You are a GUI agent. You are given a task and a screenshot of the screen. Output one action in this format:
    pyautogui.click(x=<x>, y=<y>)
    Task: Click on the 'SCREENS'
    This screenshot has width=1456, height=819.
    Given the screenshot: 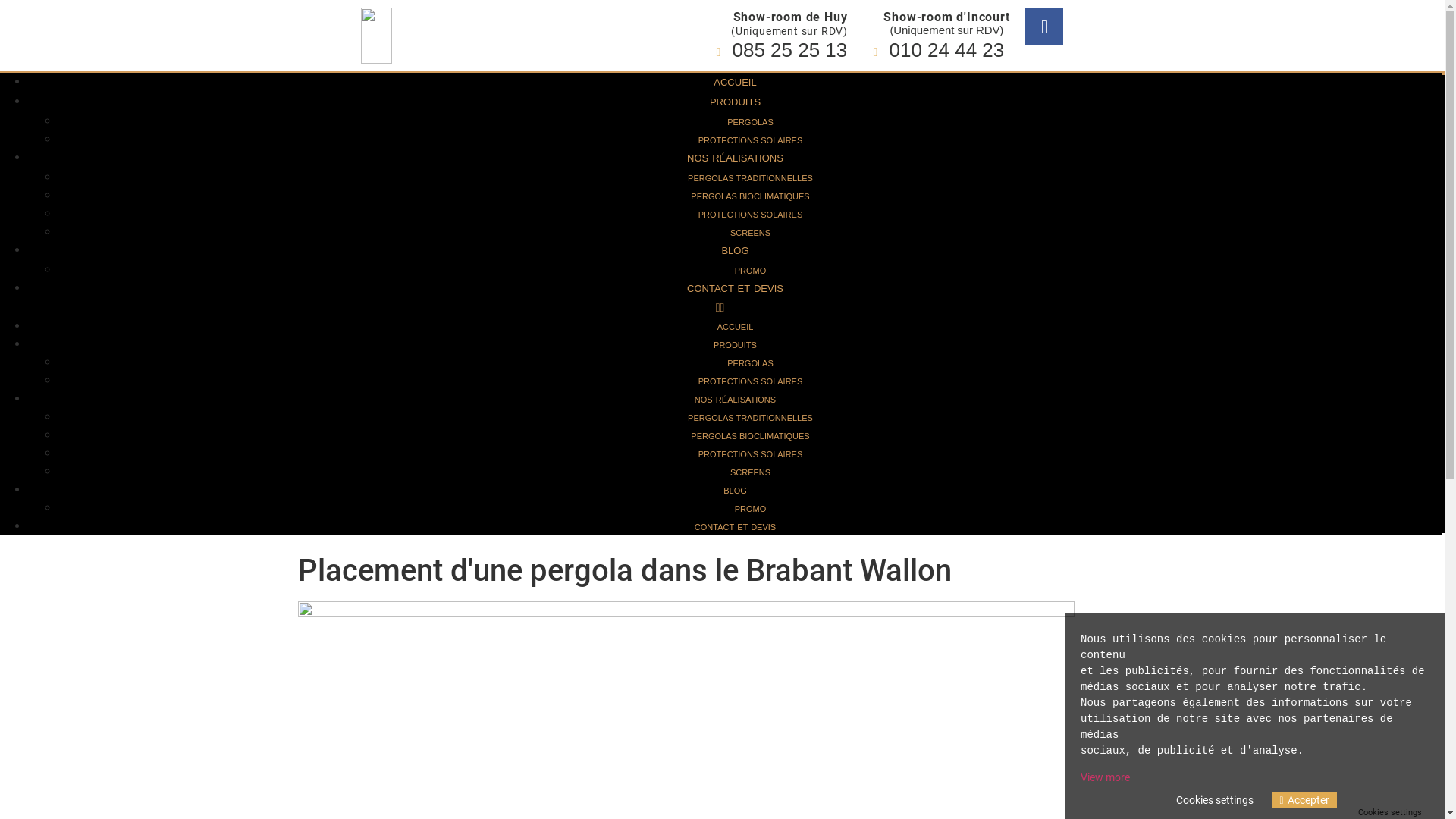 What is the action you would take?
    pyautogui.click(x=750, y=233)
    